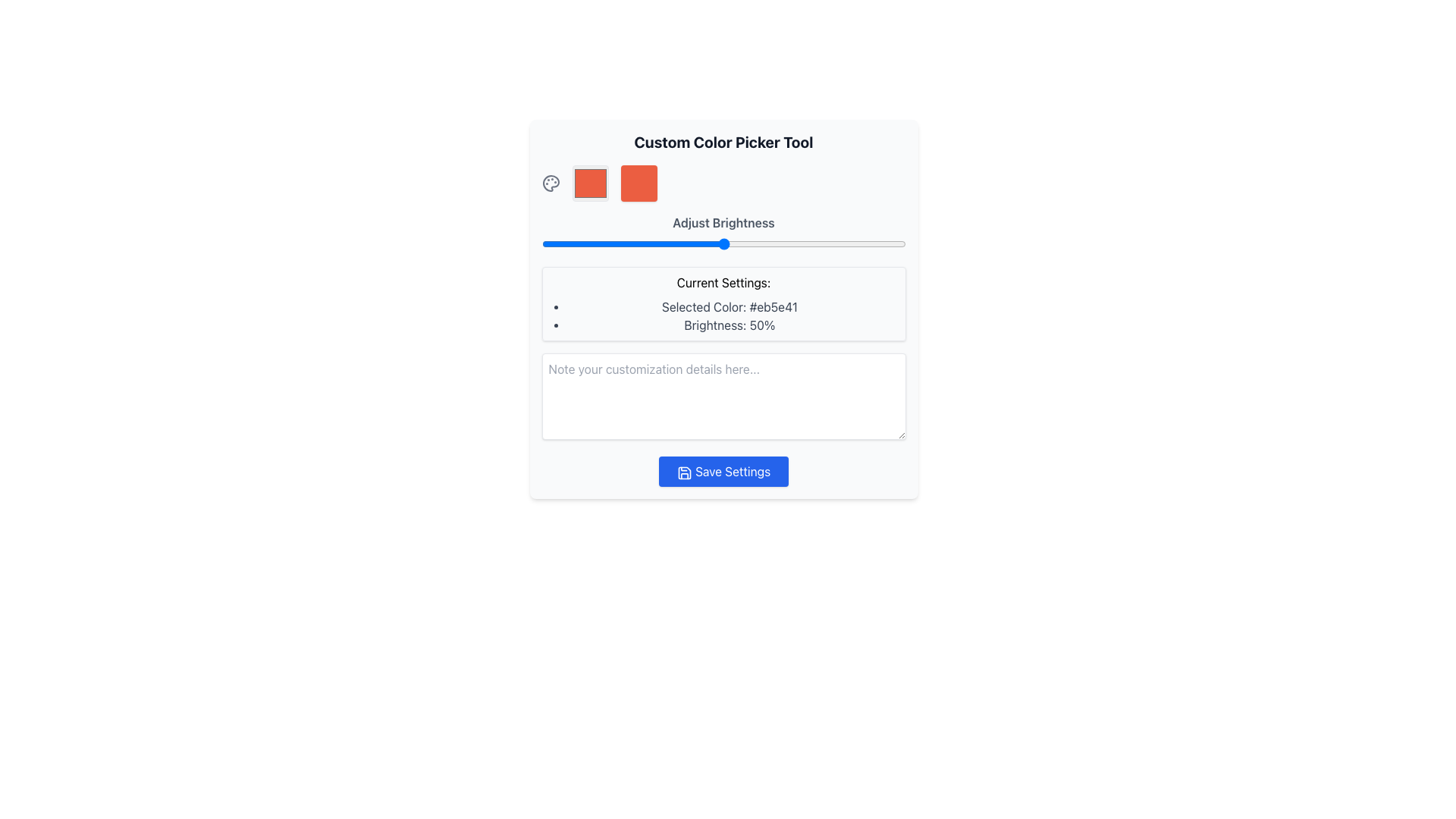  I want to click on the second color option in the color picker tool, so click(589, 183).